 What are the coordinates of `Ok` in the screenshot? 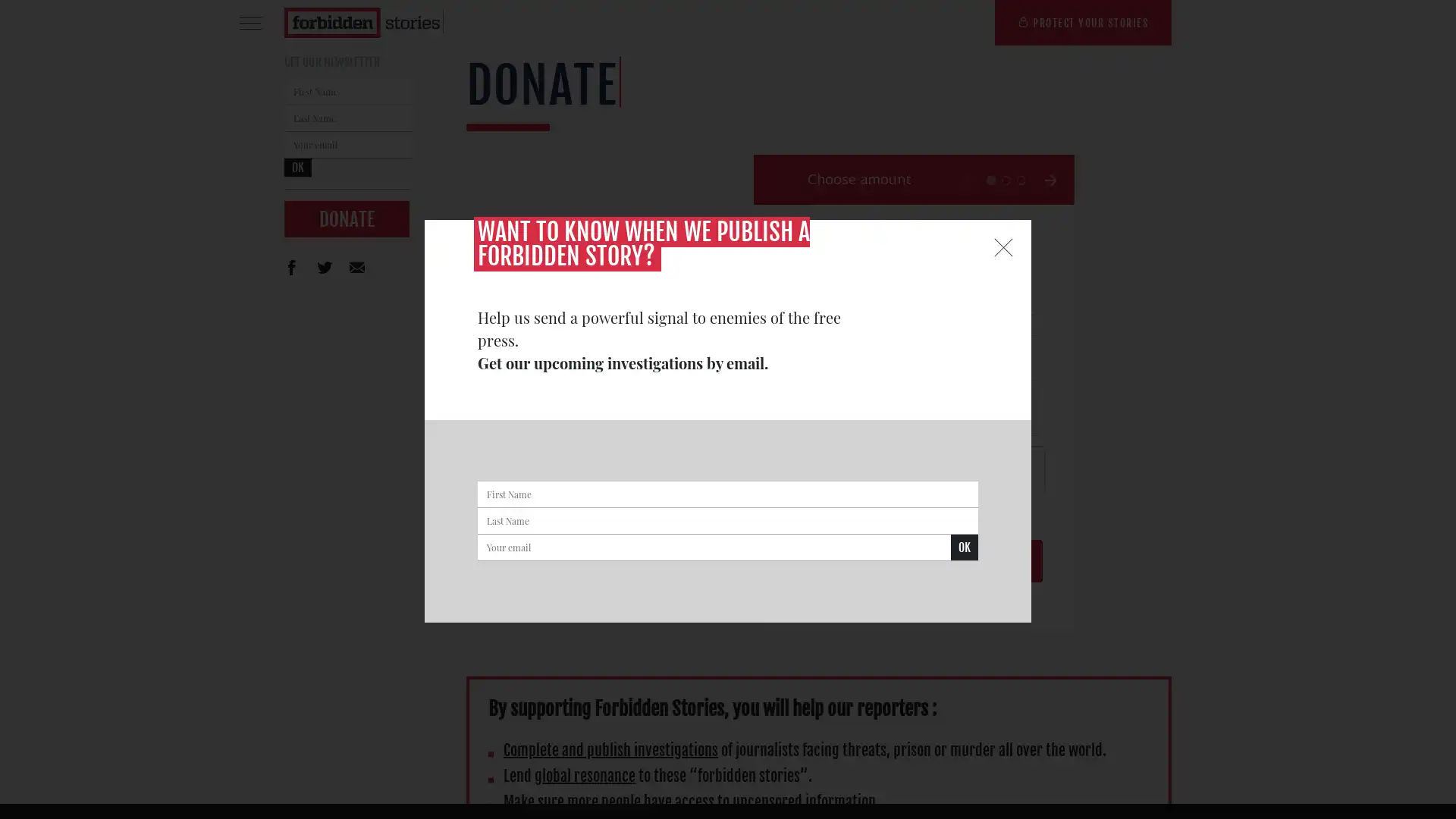 It's located at (964, 548).